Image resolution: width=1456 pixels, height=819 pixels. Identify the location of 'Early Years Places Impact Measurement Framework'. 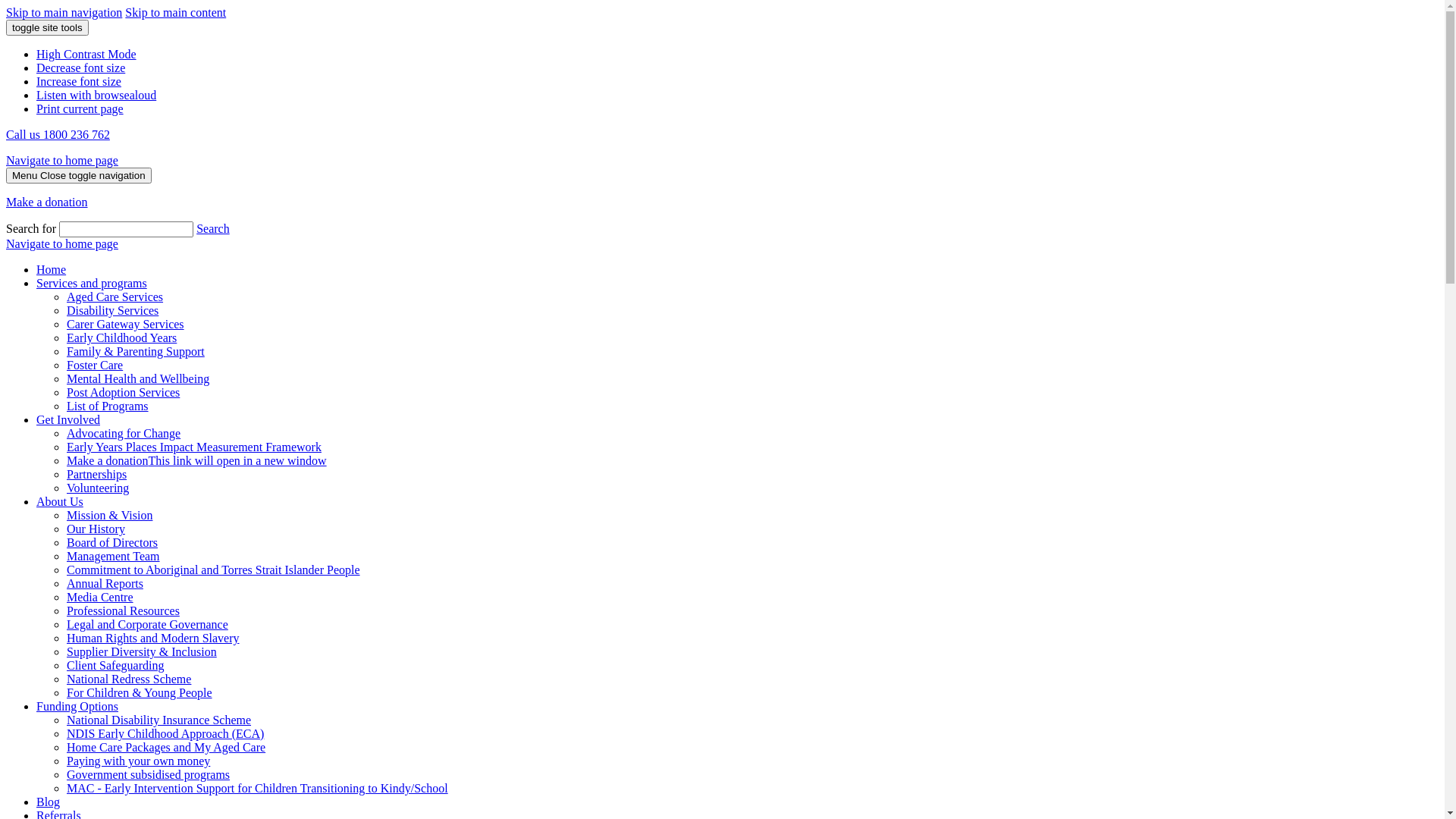
(193, 446).